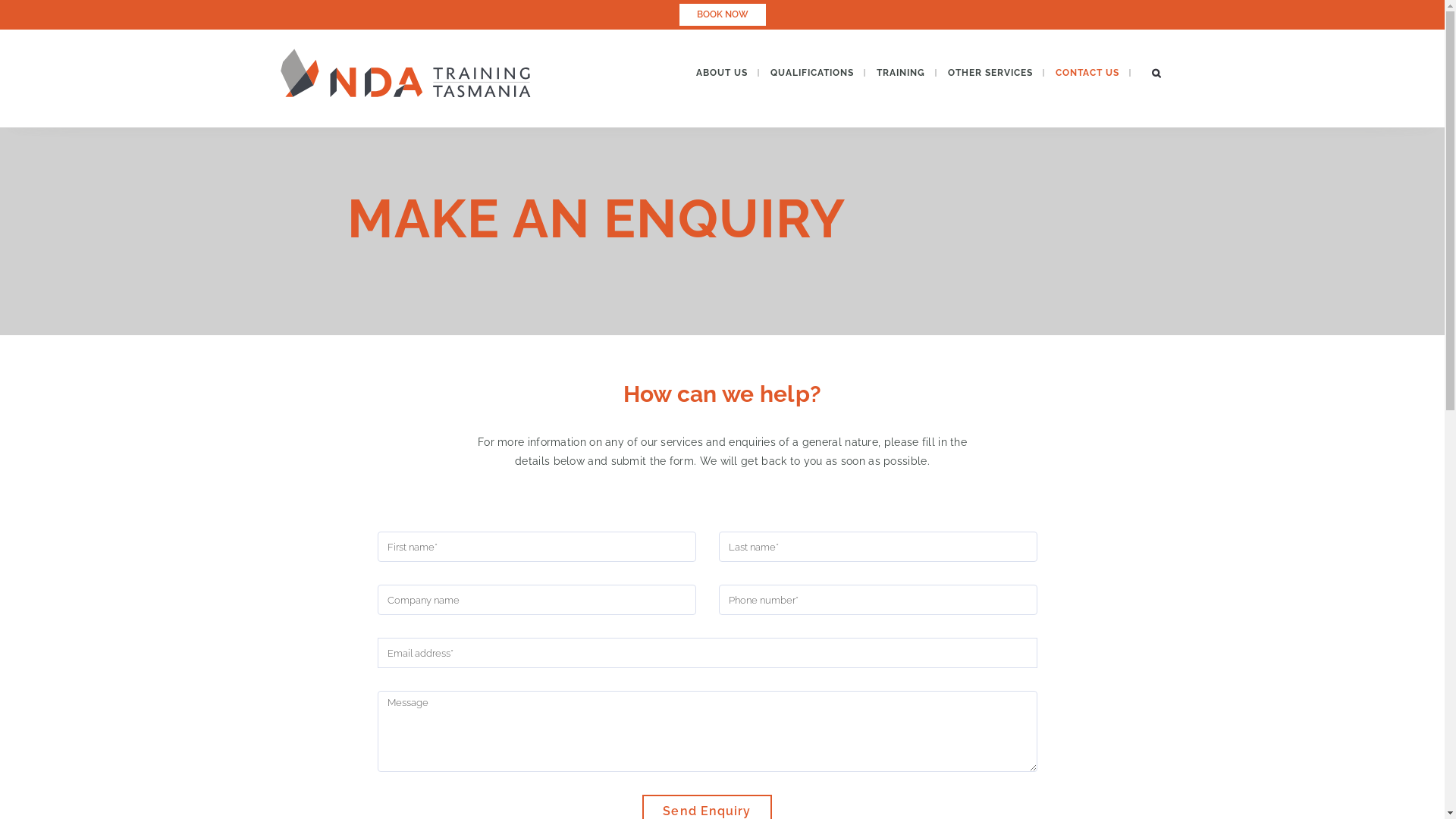 The width and height of the screenshot is (1456, 819). Describe the element at coordinates (758, 73) in the screenshot. I see `'QUALIFICATIONS'` at that location.